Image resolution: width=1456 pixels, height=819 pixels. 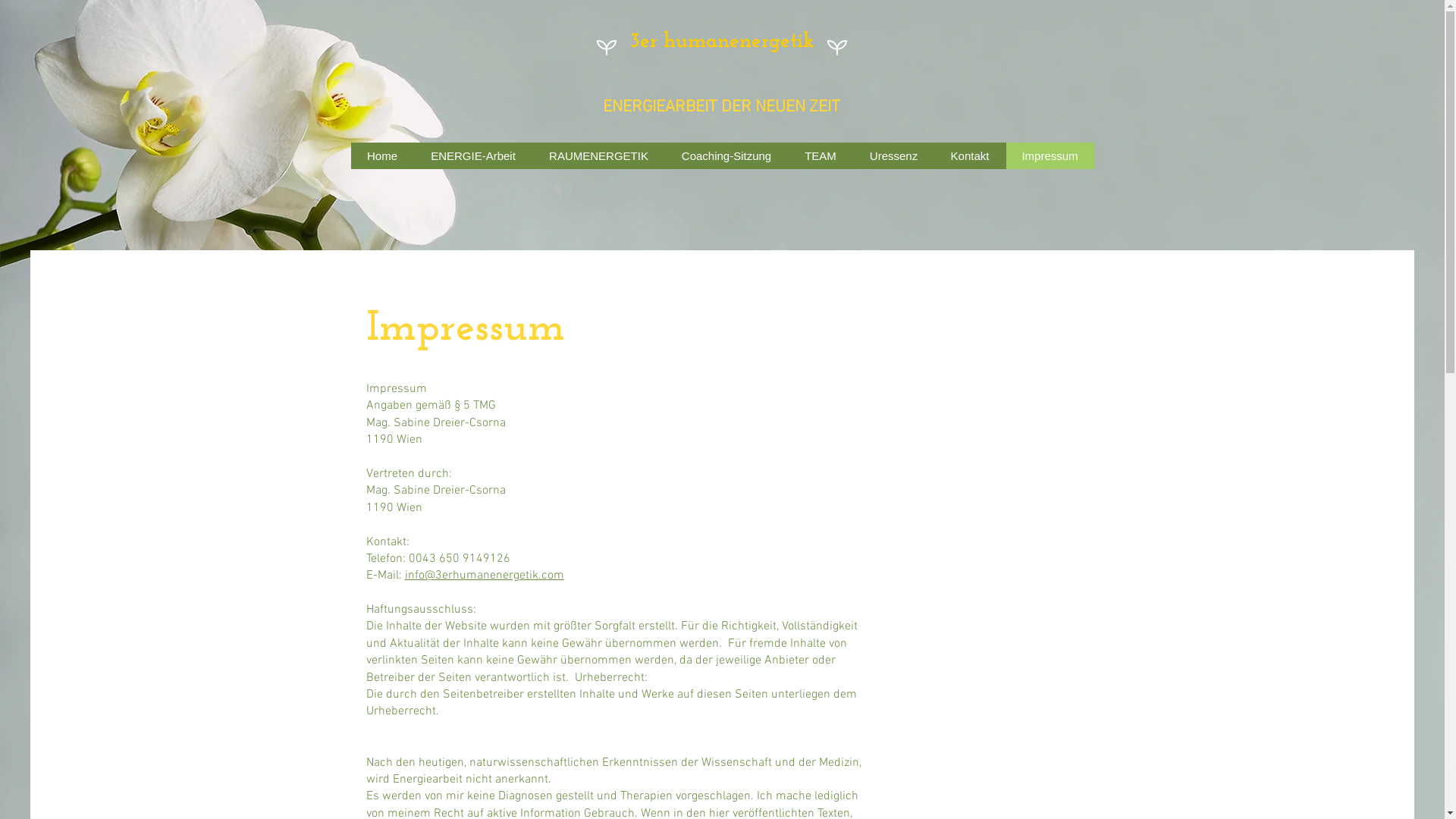 I want to click on 'ENERGIEARBEIT DER NEUEN ZEIT', so click(x=720, y=106).